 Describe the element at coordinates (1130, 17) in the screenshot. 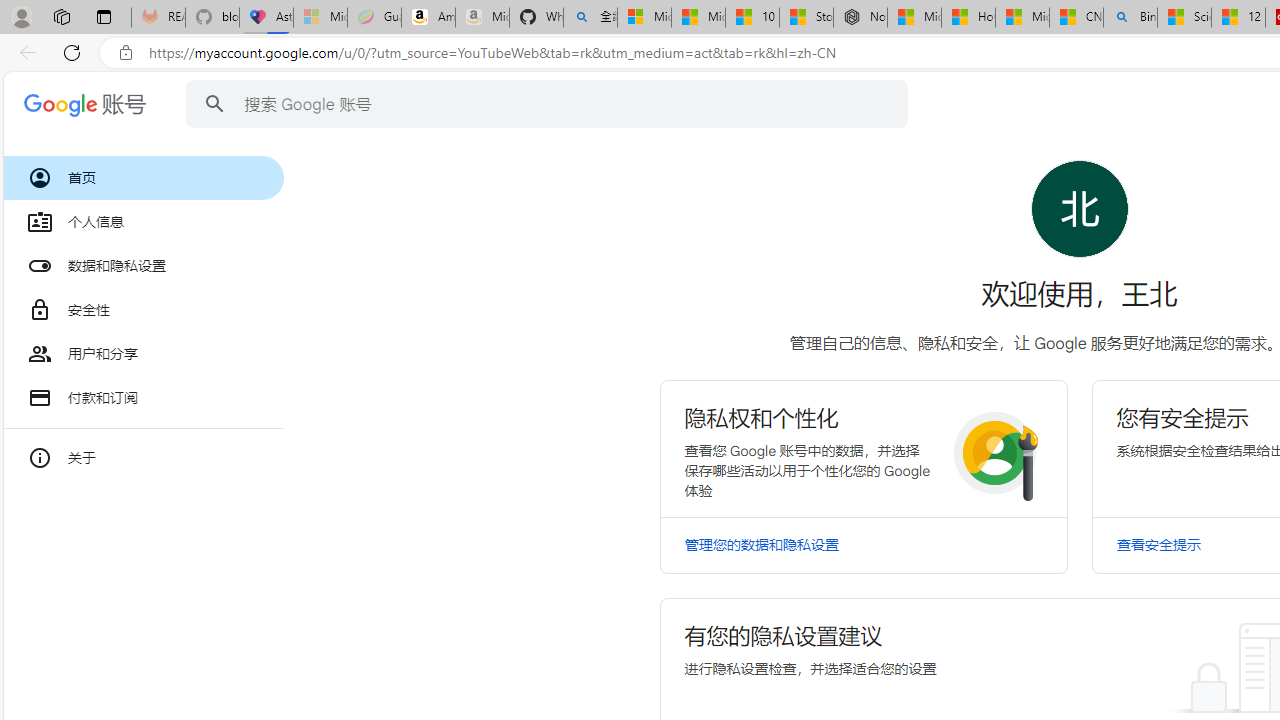

I see `'Bing'` at that location.